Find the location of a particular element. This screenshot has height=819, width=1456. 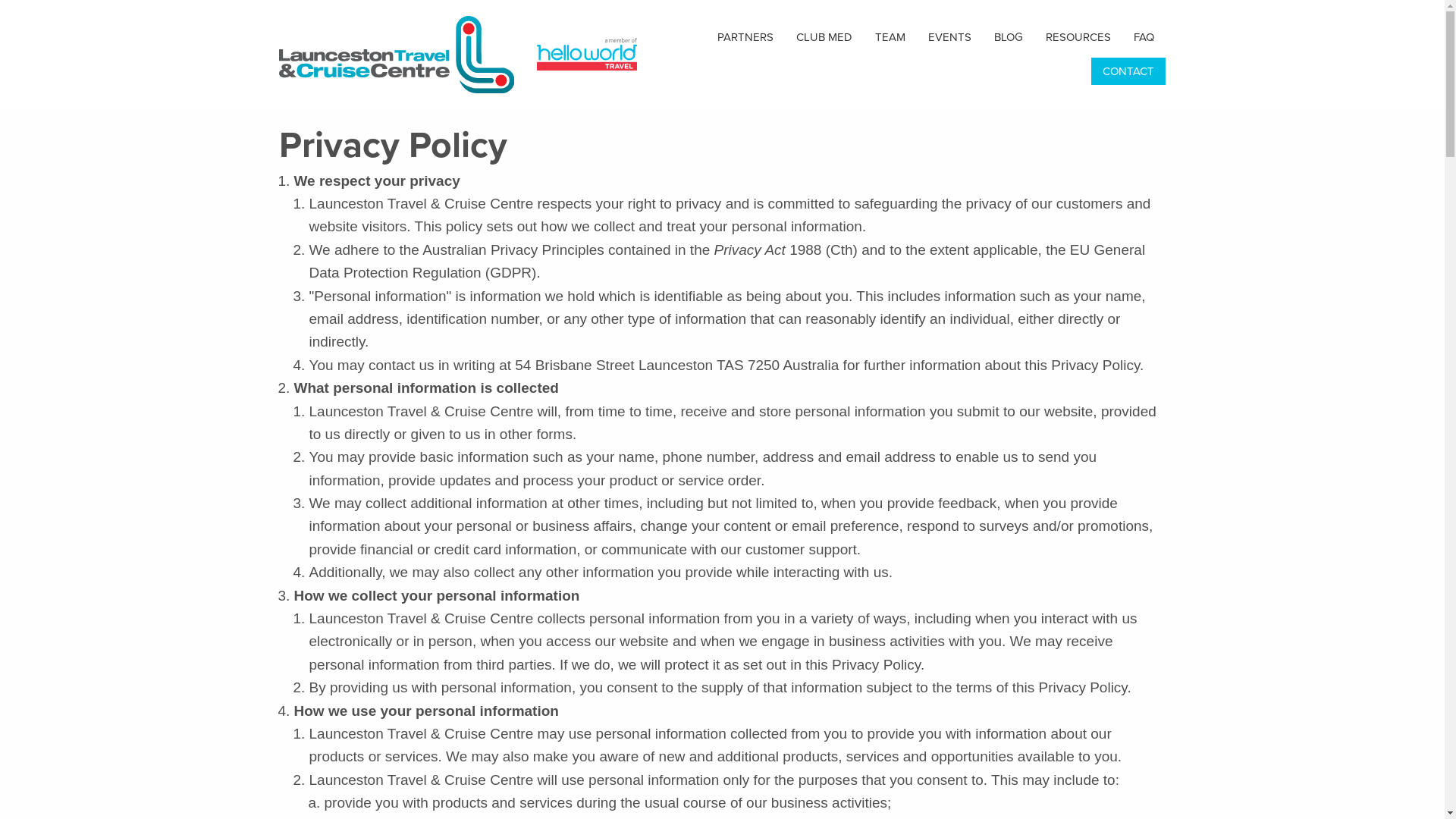

'RESOURCES' is located at coordinates (1033, 36).